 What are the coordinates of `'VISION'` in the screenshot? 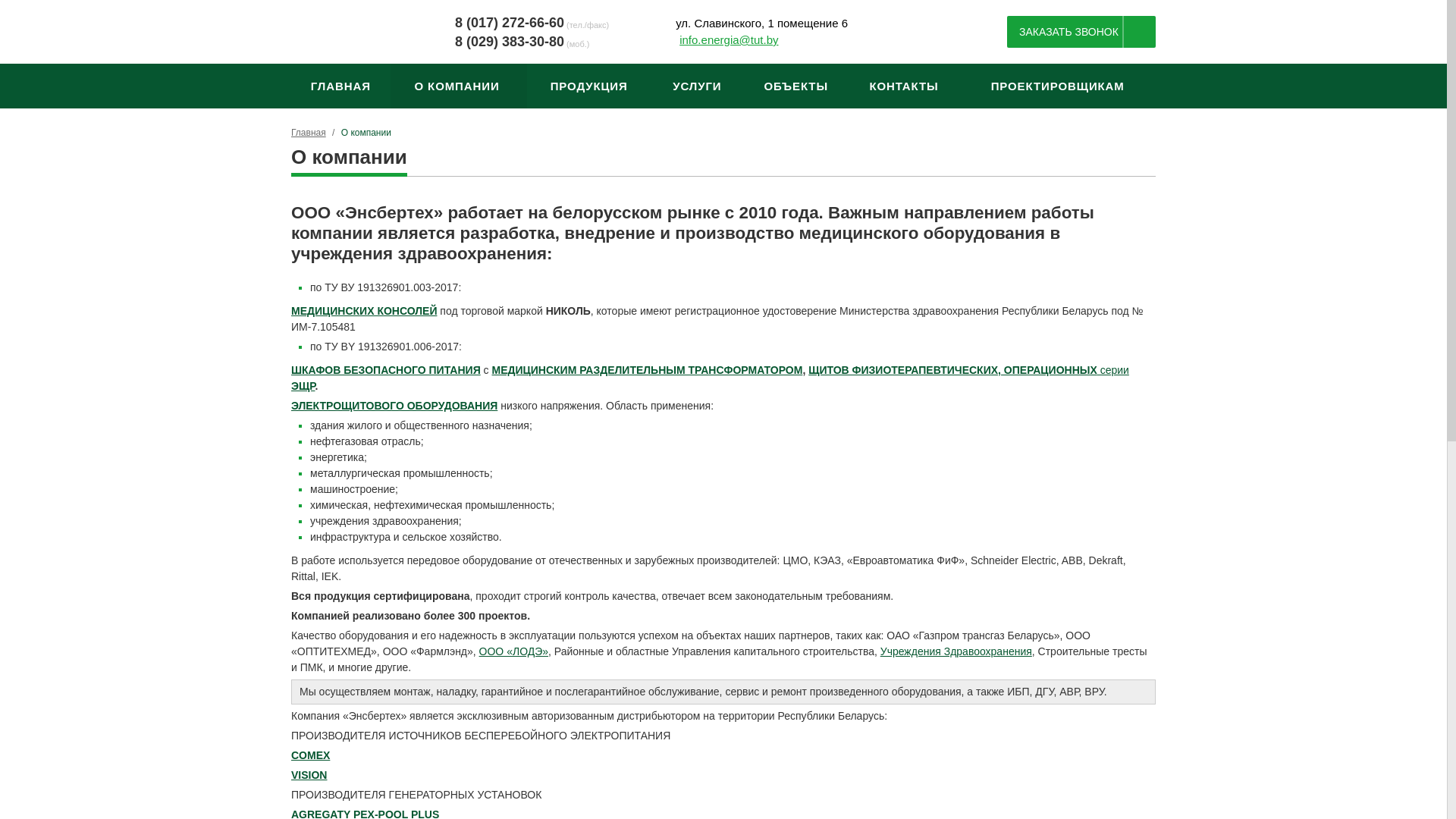 It's located at (308, 775).